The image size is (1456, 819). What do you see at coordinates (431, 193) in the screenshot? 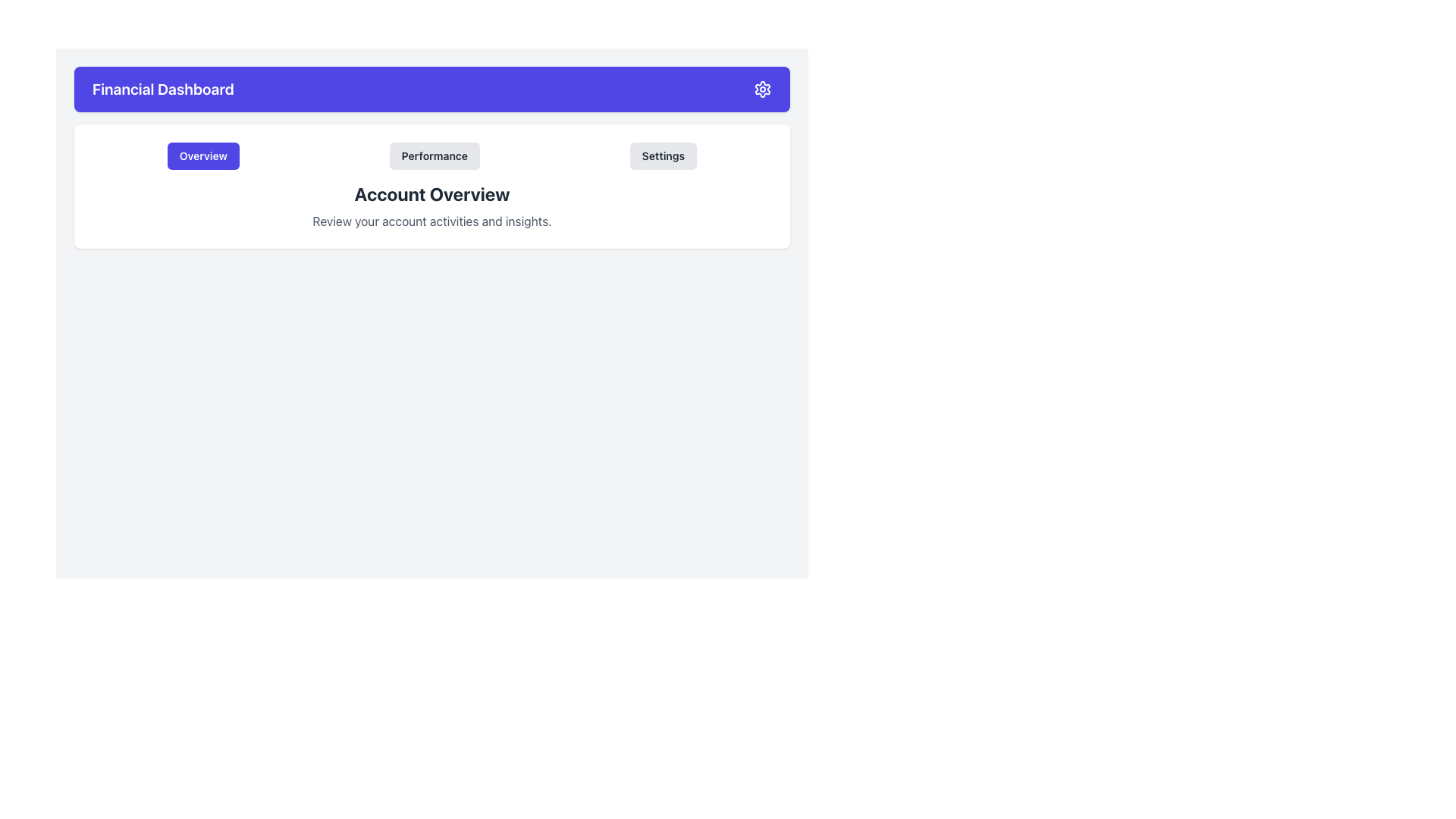
I see `centered bold text element labeled 'Account Overview', which is located below a set of three navigation buttons and above another text block` at bounding box center [431, 193].